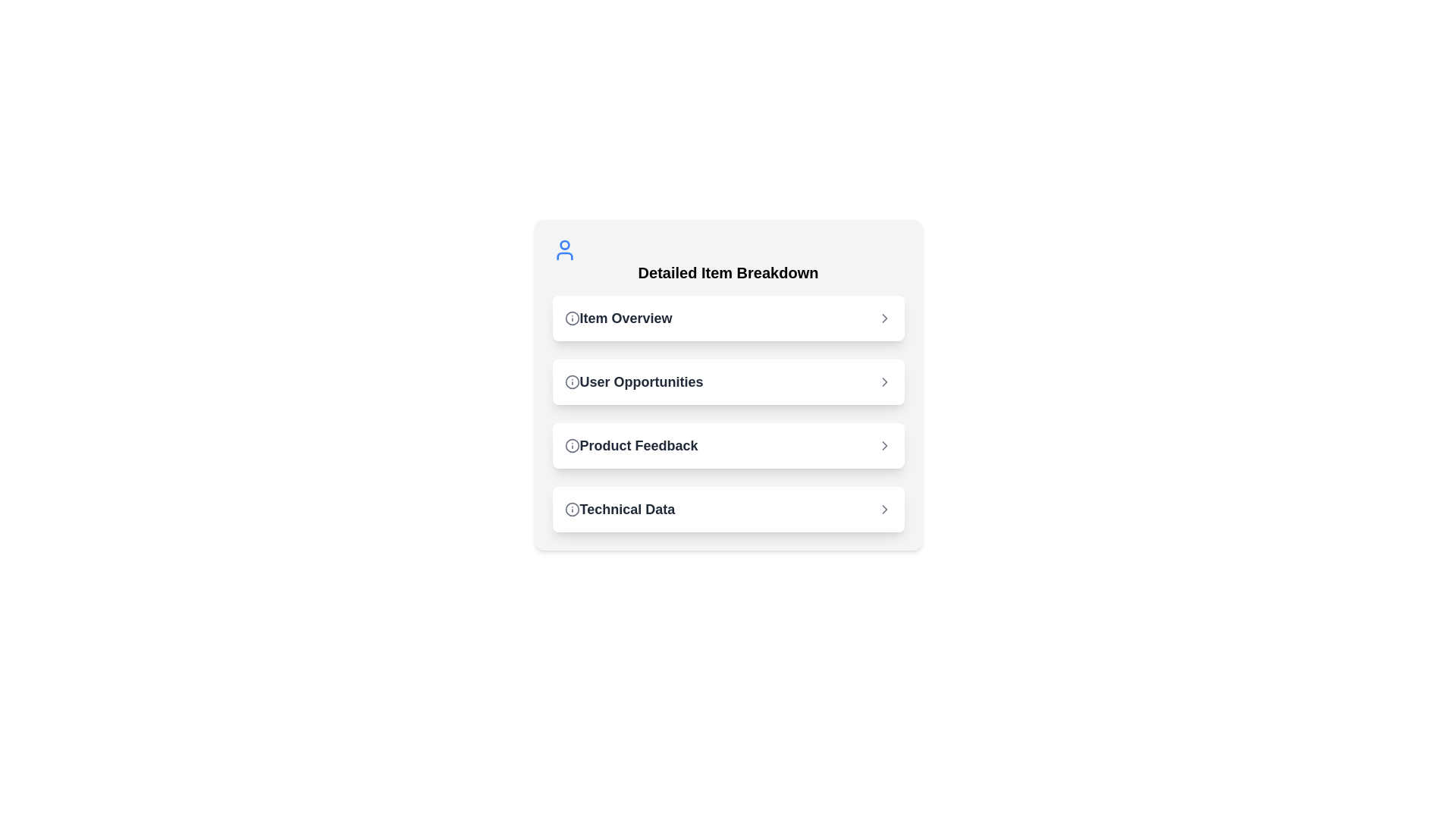  What do you see at coordinates (884, 444) in the screenshot?
I see `the icon on the far-right edge of the horizontal layout that indicates 'Product Feedback' to trigger a tooltip or visual highlight` at bounding box center [884, 444].